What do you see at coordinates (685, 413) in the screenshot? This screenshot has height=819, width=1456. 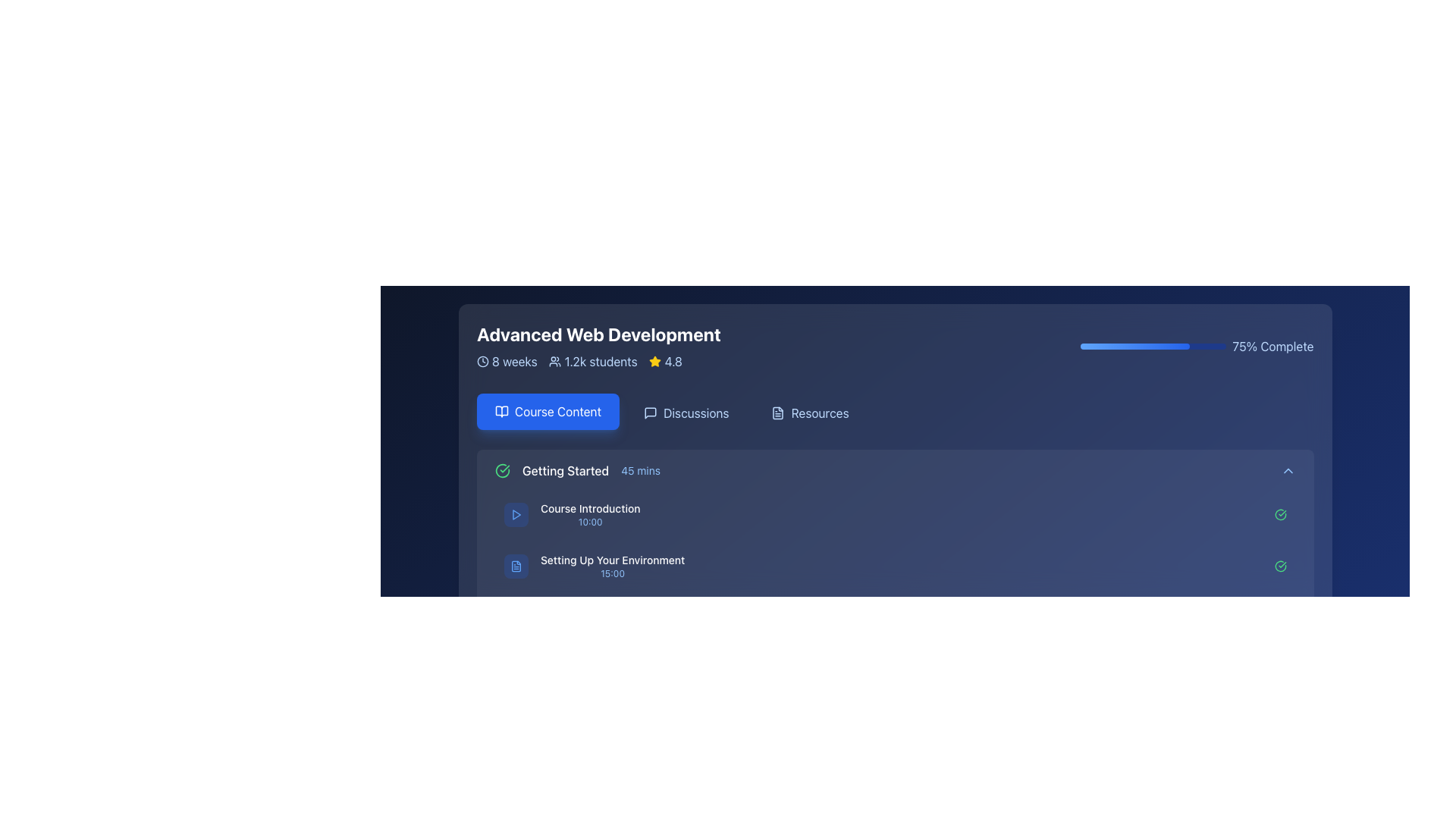 I see `the Discussions navigation button` at bounding box center [685, 413].